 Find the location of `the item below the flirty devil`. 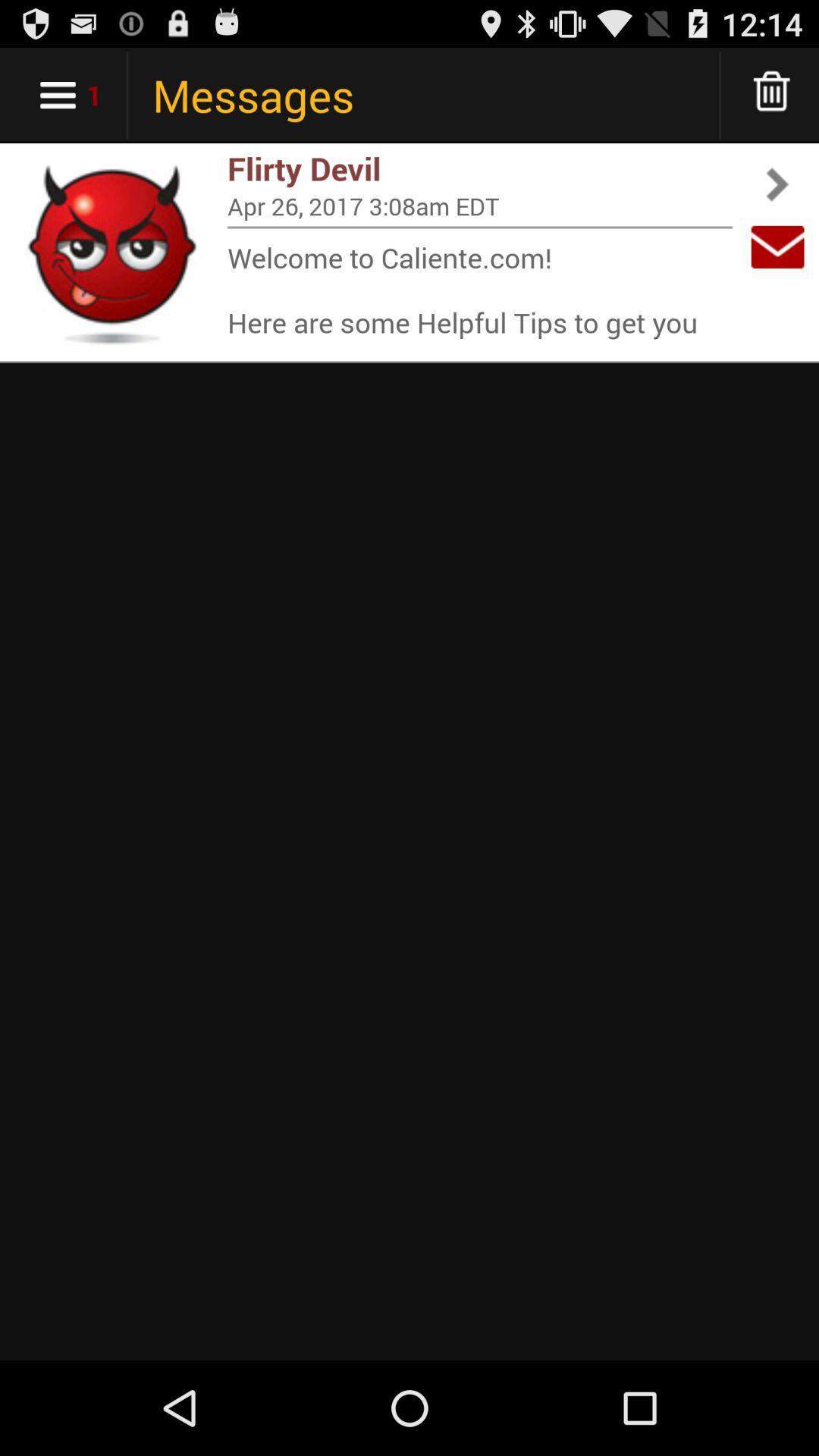

the item below the flirty devil is located at coordinates (479, 205).